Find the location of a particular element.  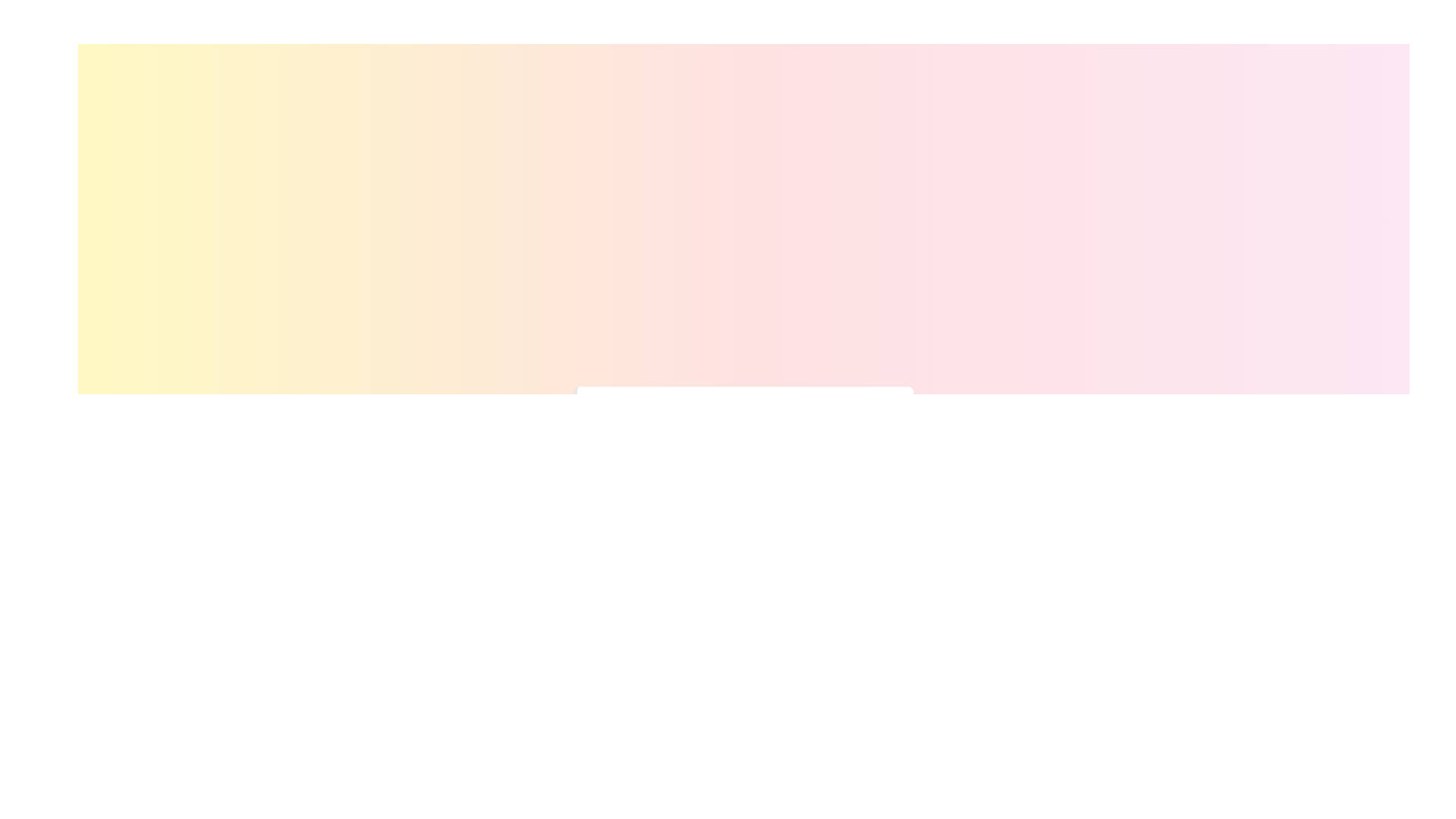

the Notification Card that informs the user about the successful placement of their order with a specific ID, positioned centrally within the visual frame, slightly above the promotion notification is located at coordinates (743, 417).